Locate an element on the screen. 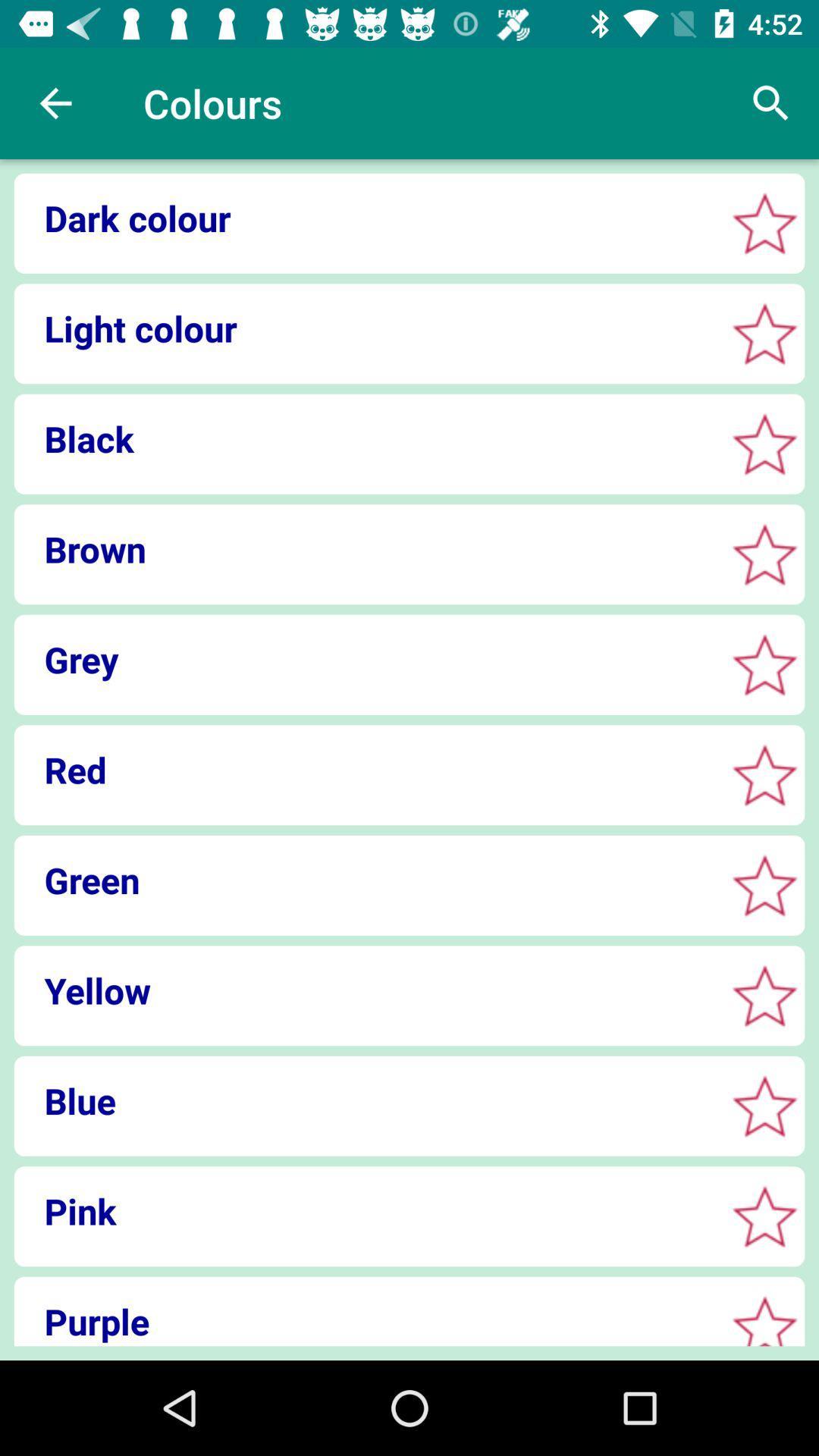 This screenshot has height=1456, width=819. blue is located at coordinates (764, 1106).